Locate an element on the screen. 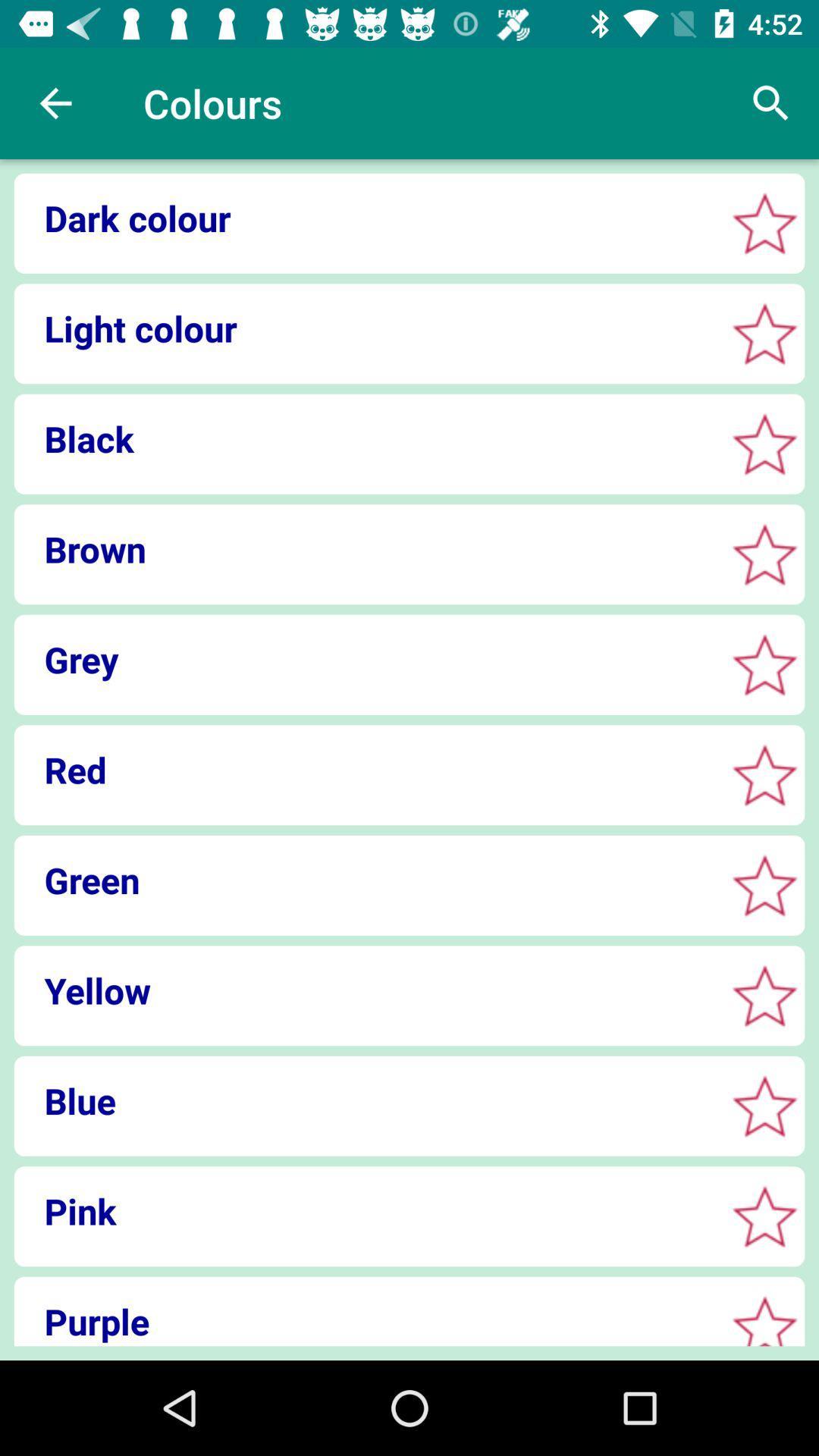 This screenshot has height=1456, width=819. blue is located at coordinates (764, 1106).